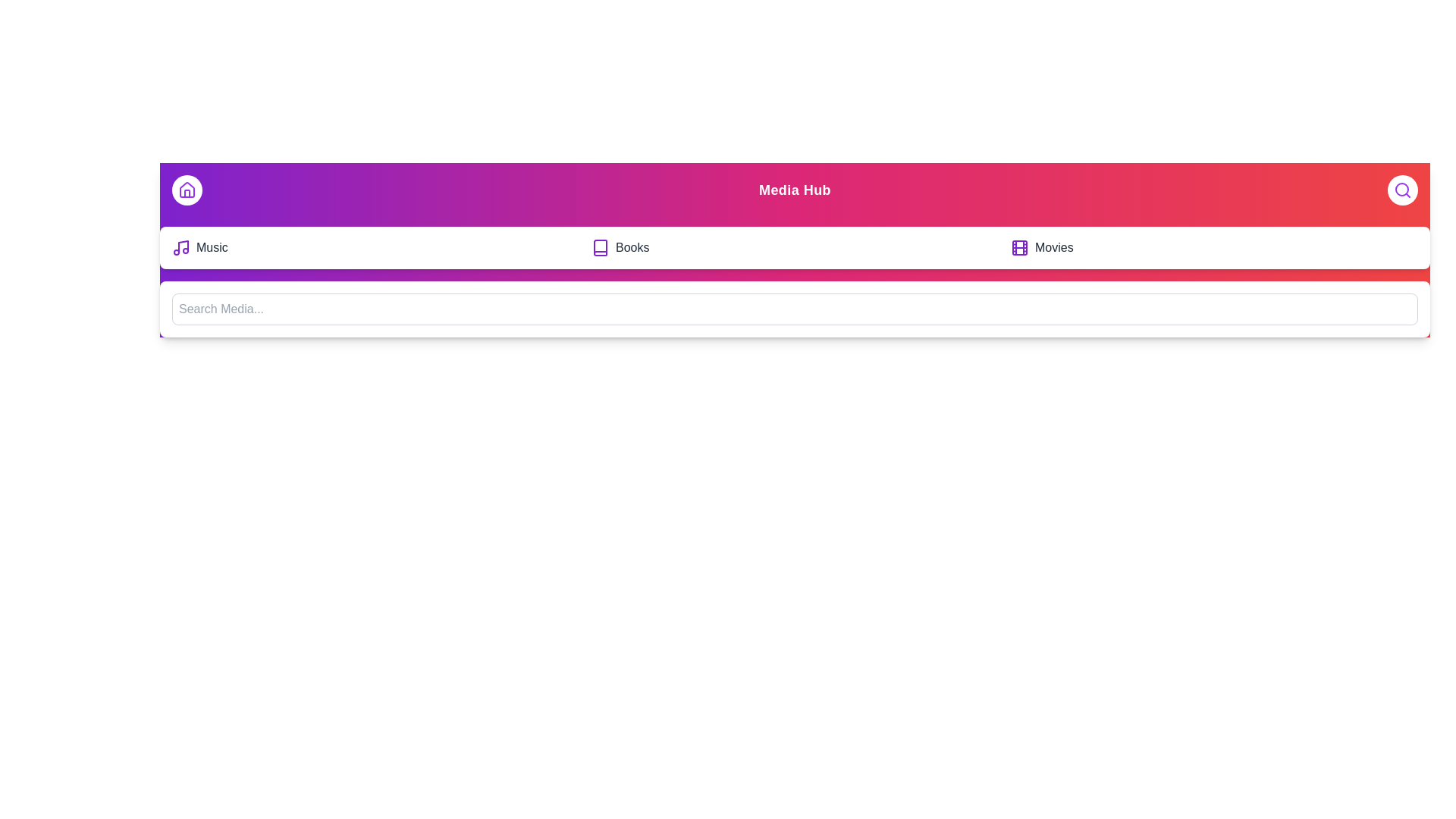 The width and height of the screenshot is (1456, 819). What do you see at coordinates (793, 247) in the screenshot?
I see `the 'Books' option in the MediaAppBar` at bounding box center [793, 247].